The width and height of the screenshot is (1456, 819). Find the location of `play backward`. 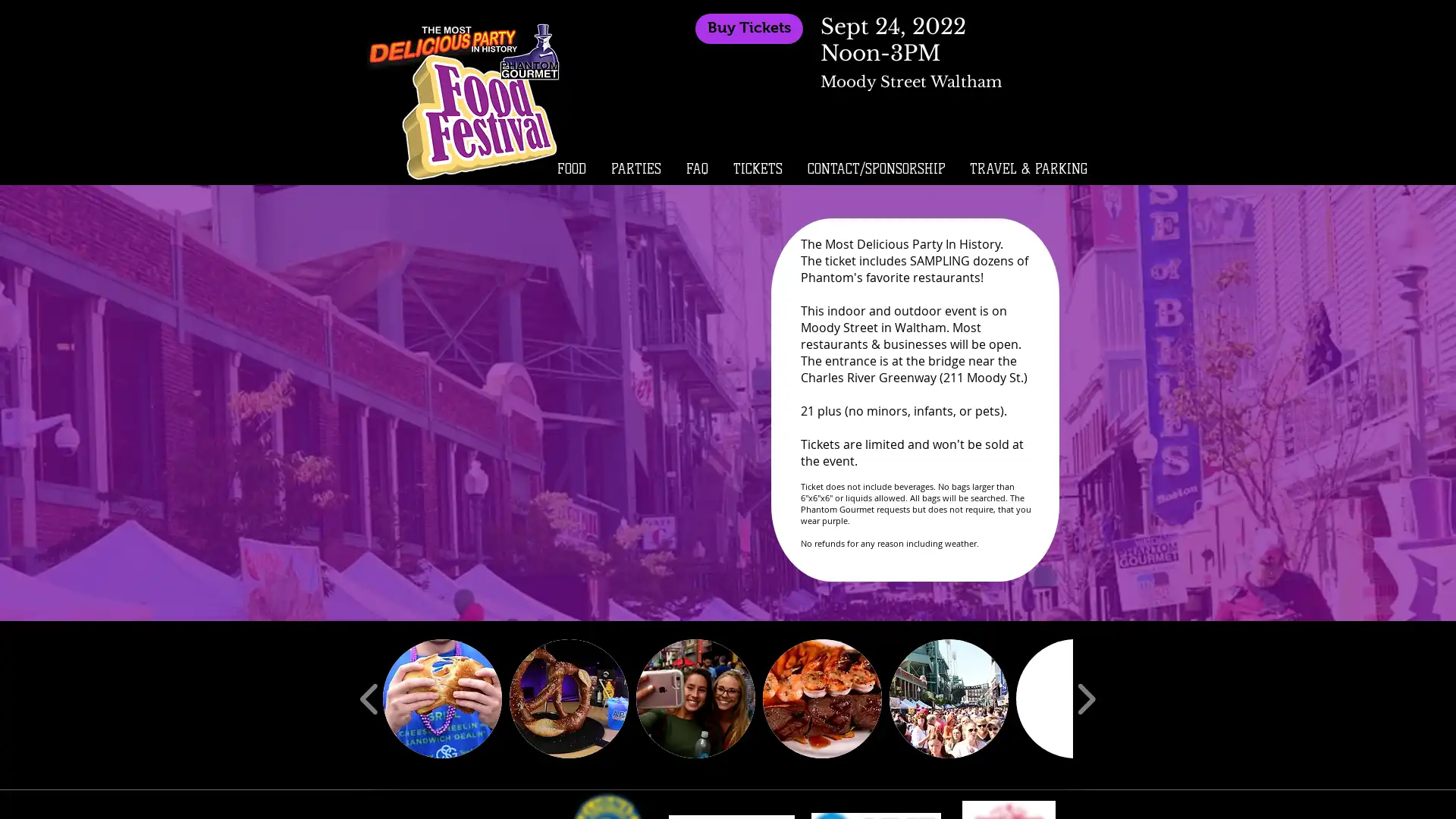

play backward is located at coordinates (369, 698).